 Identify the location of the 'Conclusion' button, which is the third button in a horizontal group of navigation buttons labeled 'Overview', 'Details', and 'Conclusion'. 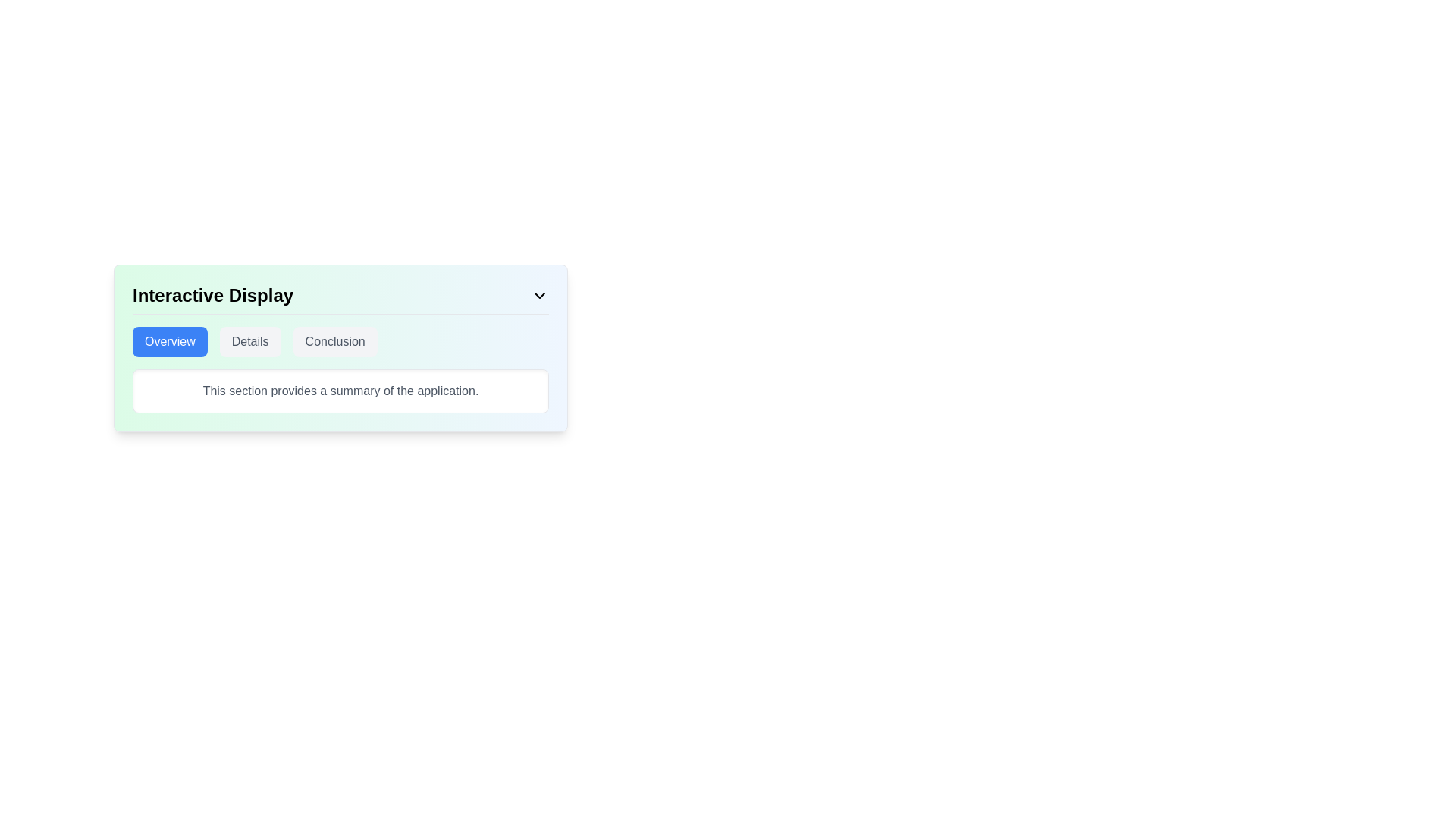
(334, 342).